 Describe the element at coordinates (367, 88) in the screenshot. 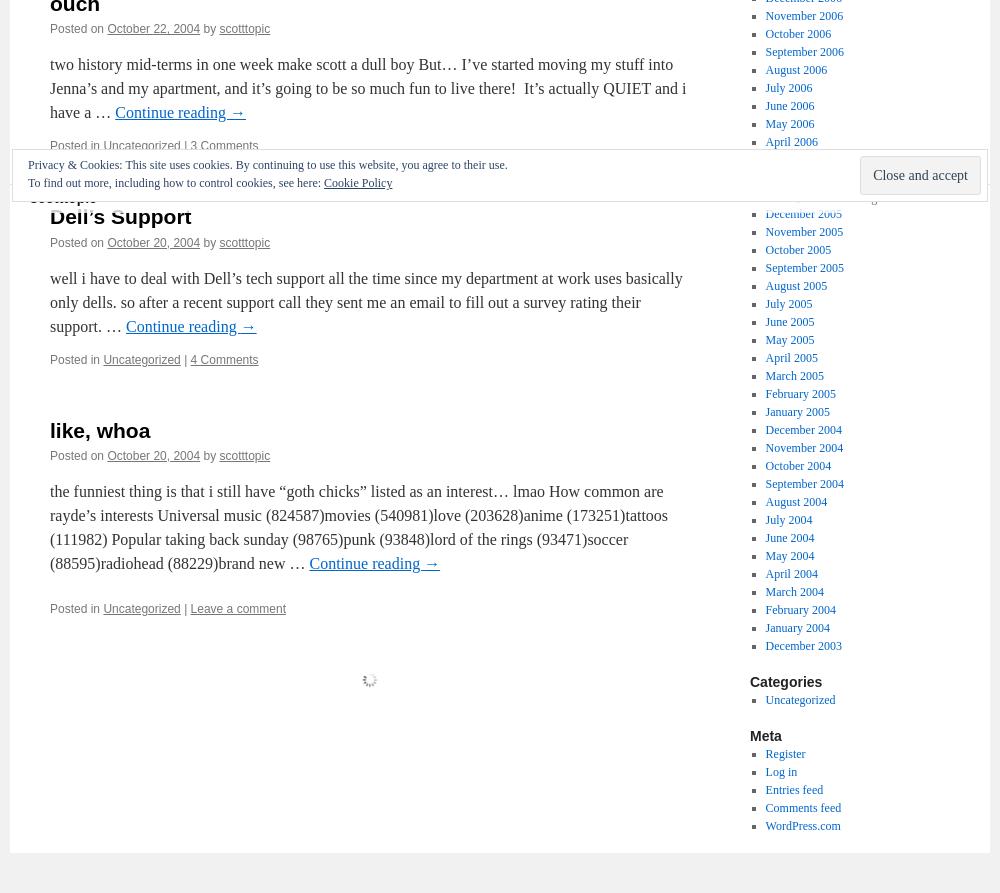

I see `'two history mid-terms in one week make scott a dull boy But… I’ve started moving my stuff into Jenna’s and my apartment, and it’s going to be so much fun to live there!  It’s actually QUIET and i have a …'` at that location.